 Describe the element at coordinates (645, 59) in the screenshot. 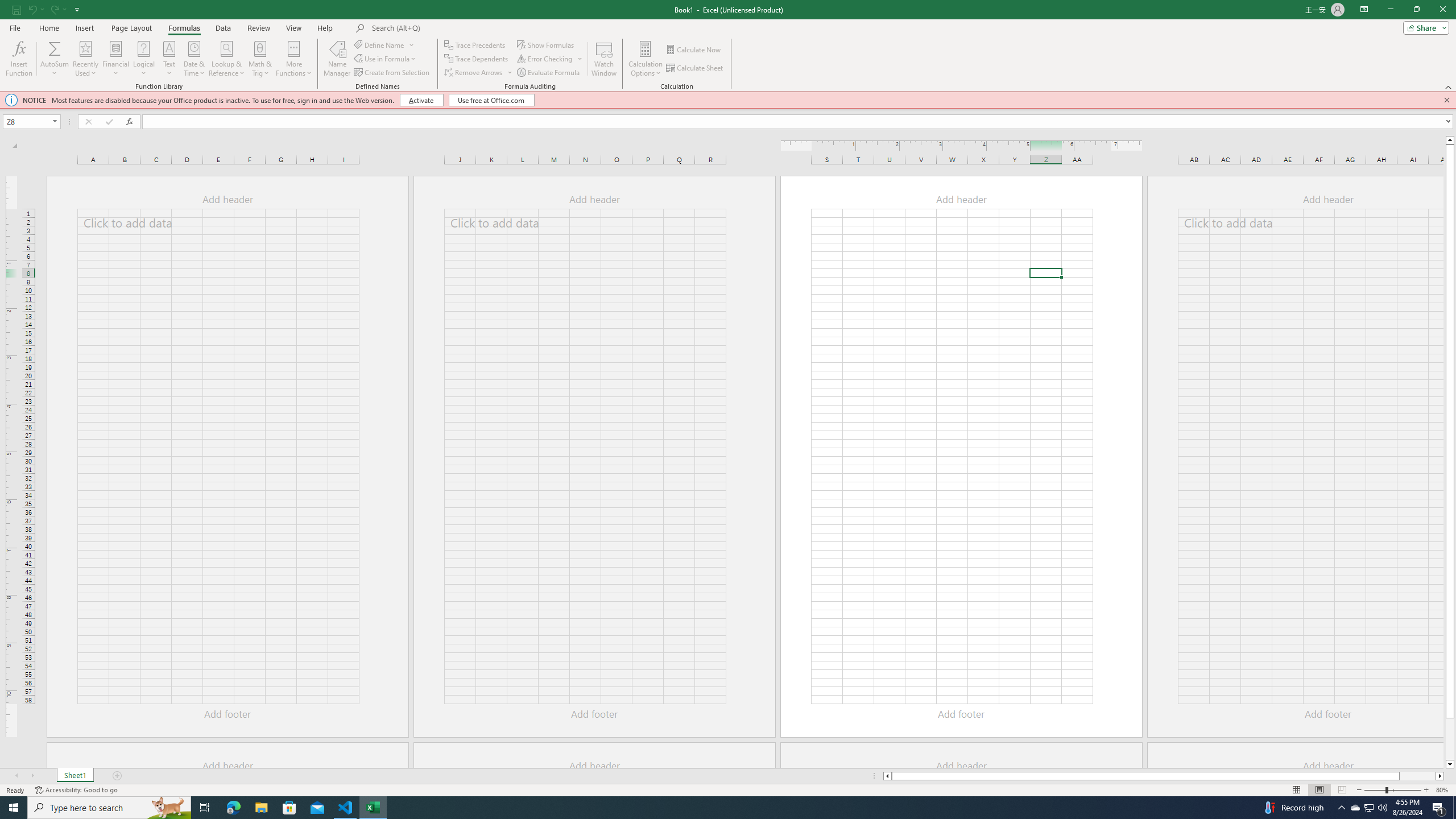

I see `'Calculation Options'` at that location.